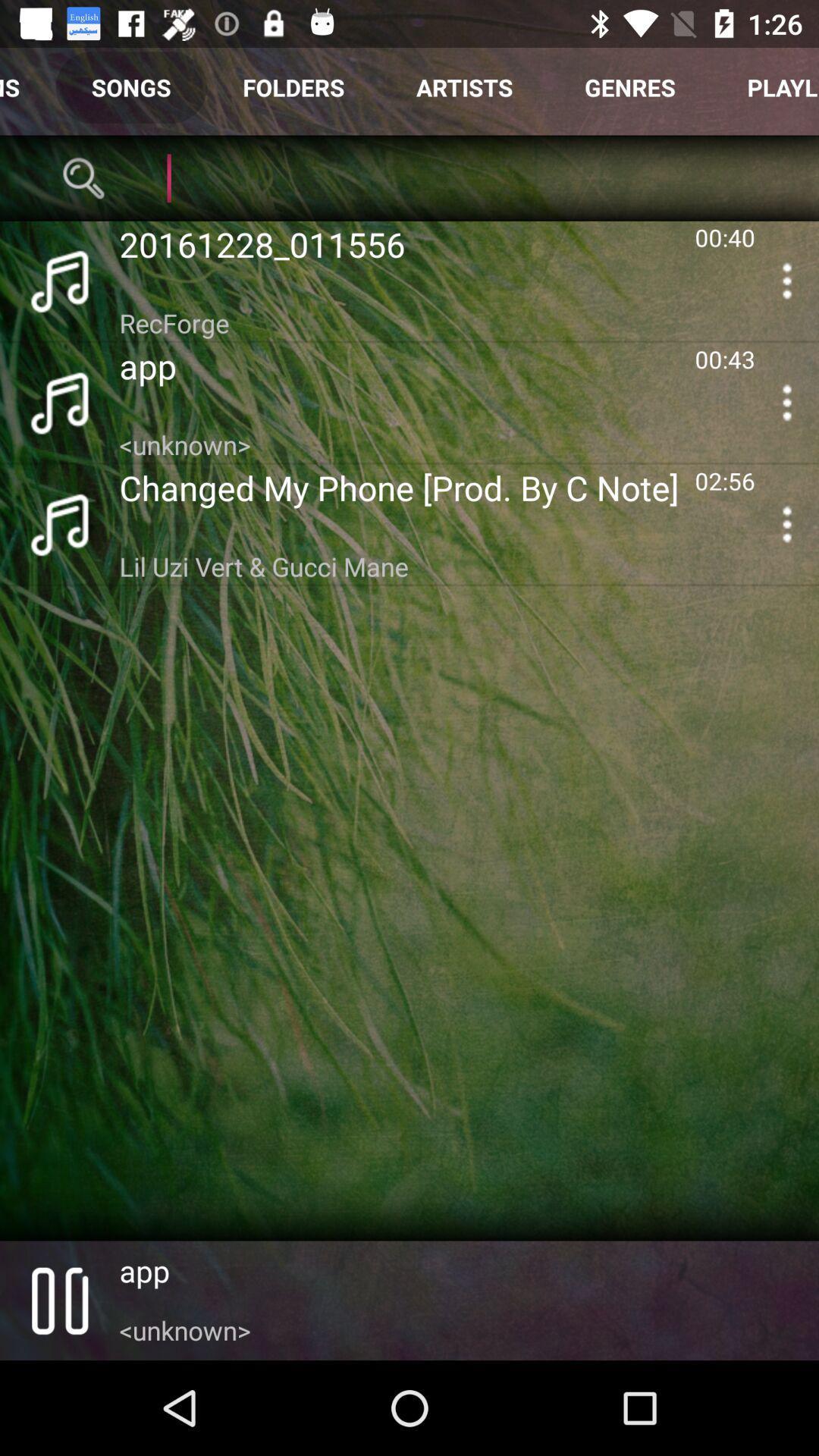 Image resolution: width=819 pixels, height=1456 pixels. Describe the element at coordinates (58, 1300) in the screenshot. I see `the pause icon` at that location.